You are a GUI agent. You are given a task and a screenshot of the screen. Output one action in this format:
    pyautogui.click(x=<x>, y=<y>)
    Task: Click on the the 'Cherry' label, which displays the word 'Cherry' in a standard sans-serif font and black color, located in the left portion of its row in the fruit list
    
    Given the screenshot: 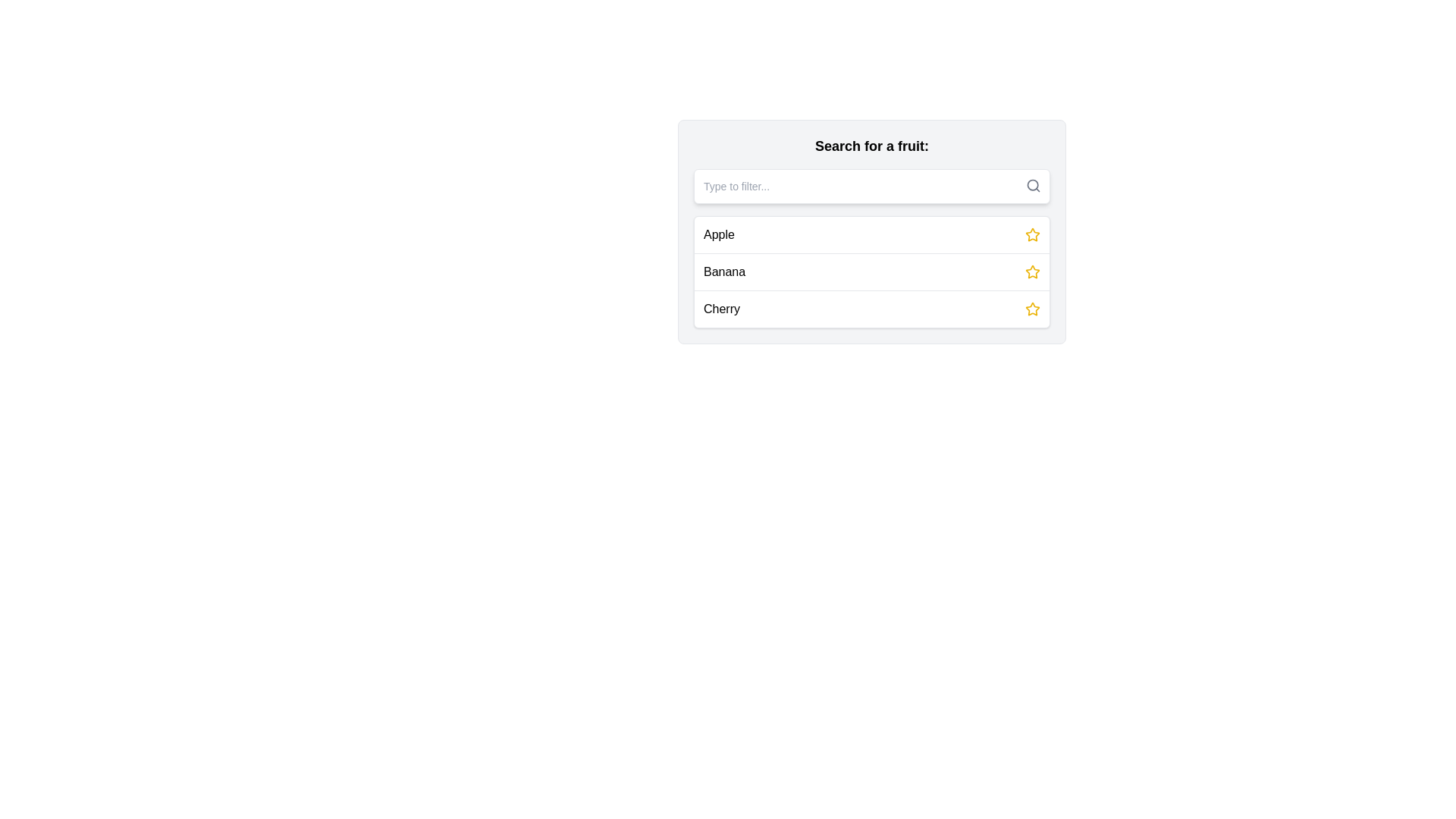 What is the action you would take?
    pyautogui.click(x=720, y=309)
    